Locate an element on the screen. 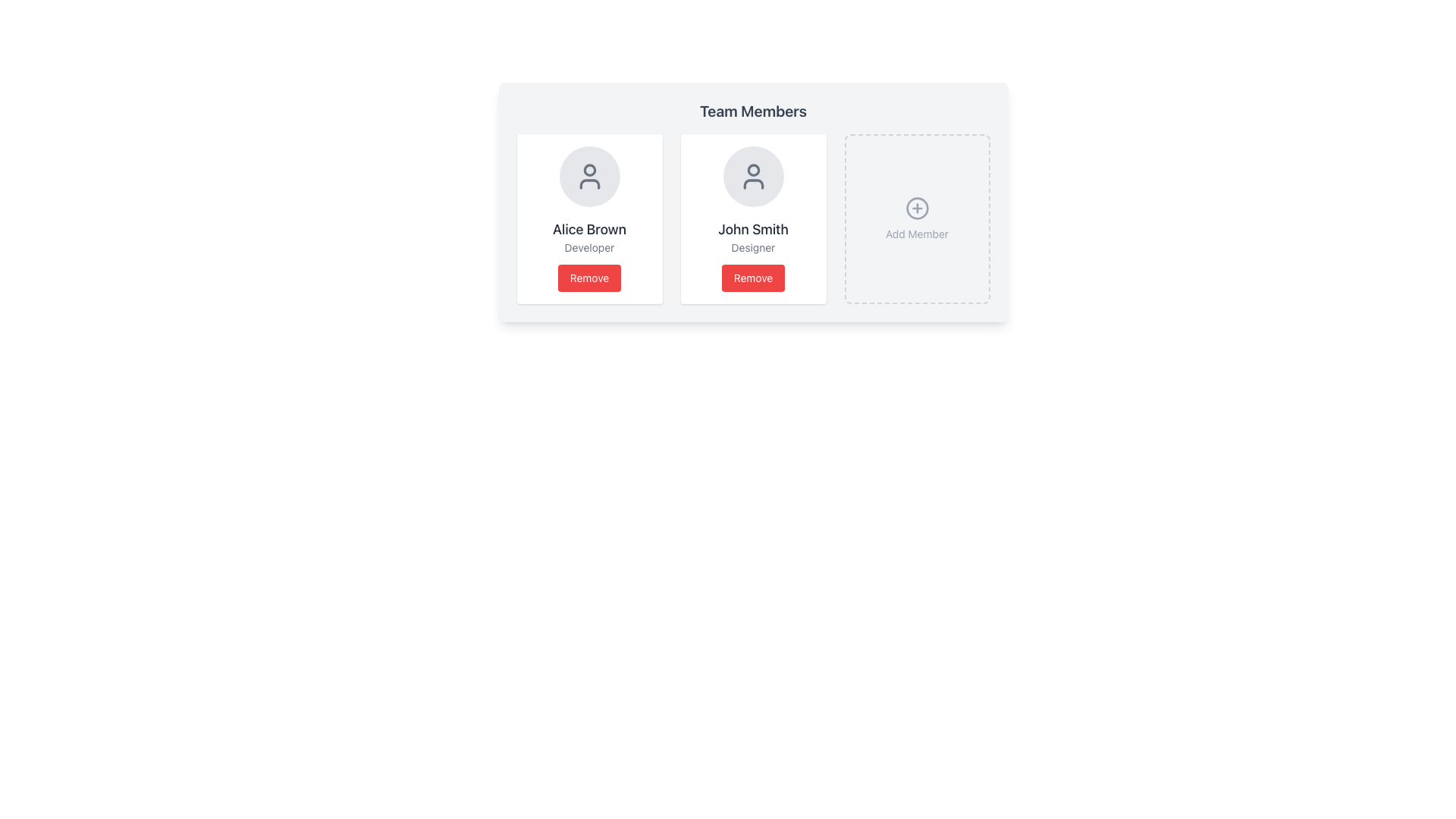 The width and height of the screenshot is (1456, 819). the text label reading 'Designer', which is styled with a small font size and gray color, located directly below 'John Smith' in the second team member card is located at coordinates (753, 247).